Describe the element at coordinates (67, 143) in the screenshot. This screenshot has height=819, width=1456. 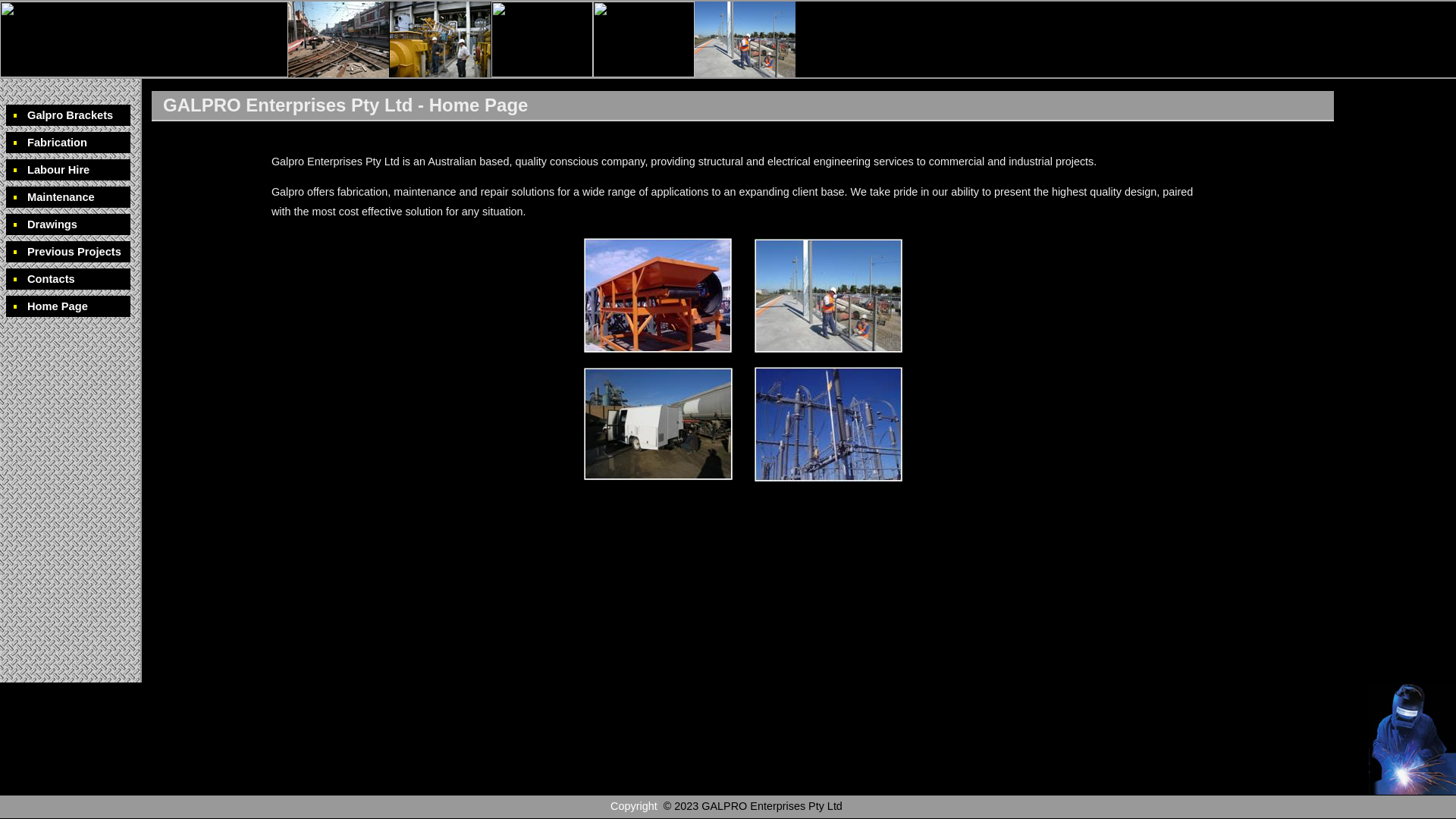
I see `'Fabrication'` at that location.